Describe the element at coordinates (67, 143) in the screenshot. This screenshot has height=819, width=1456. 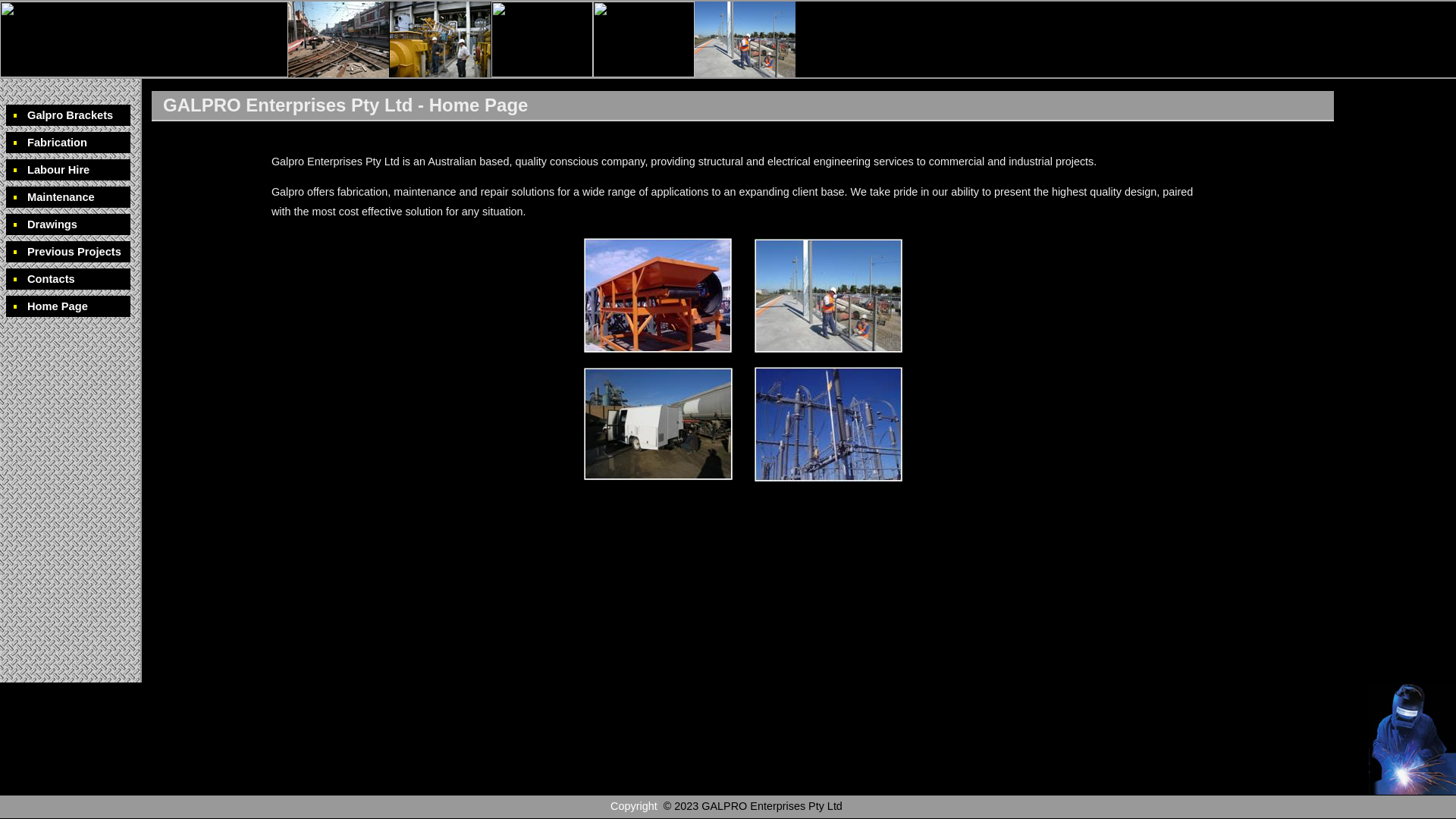
I see `'Fabrication'` at that location.